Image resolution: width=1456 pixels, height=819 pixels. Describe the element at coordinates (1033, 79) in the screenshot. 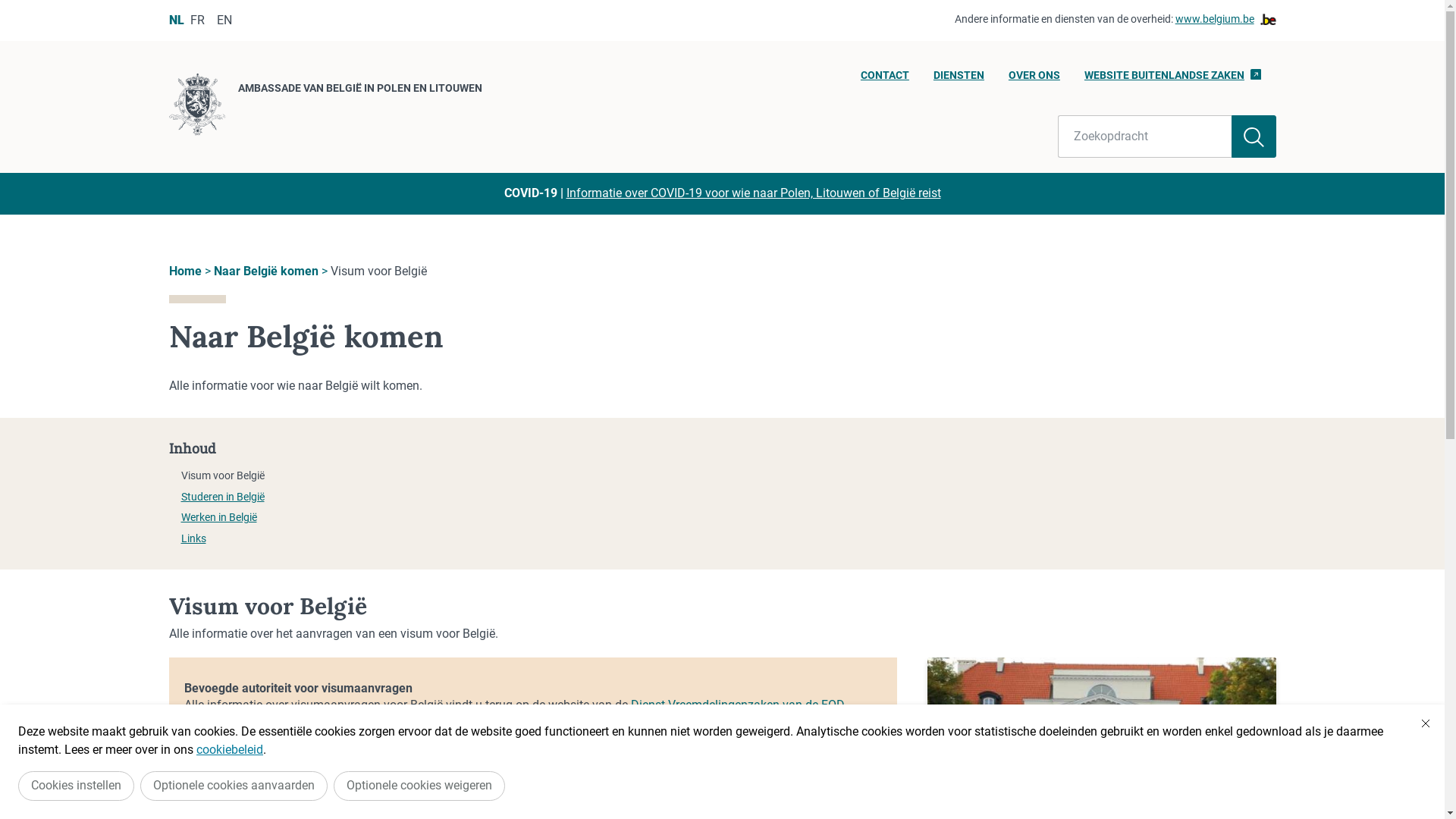

I see `'OVER ONS'` at that location.